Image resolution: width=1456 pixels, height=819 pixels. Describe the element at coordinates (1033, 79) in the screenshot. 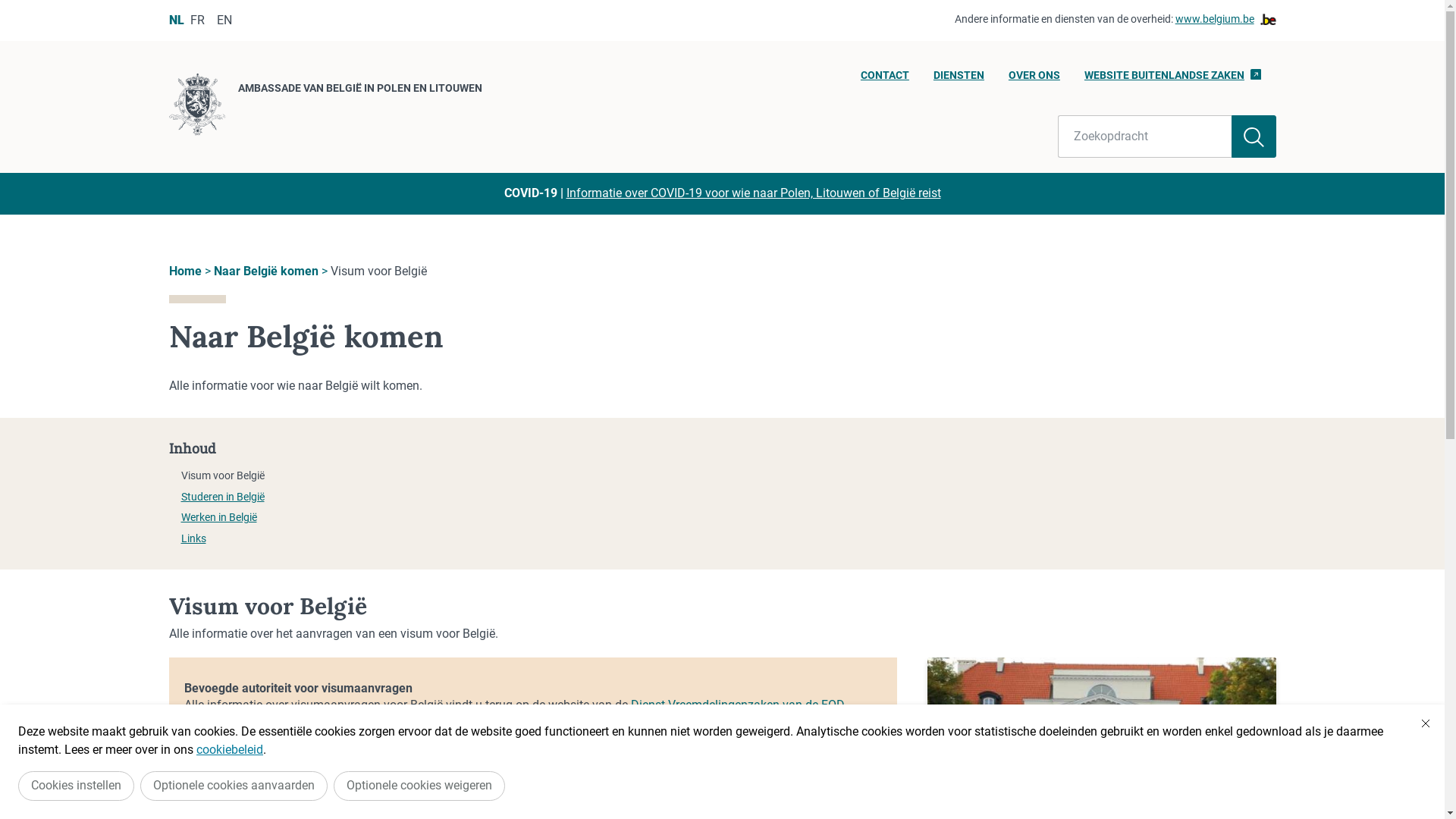

I see `'OVER ONS'` at that location.